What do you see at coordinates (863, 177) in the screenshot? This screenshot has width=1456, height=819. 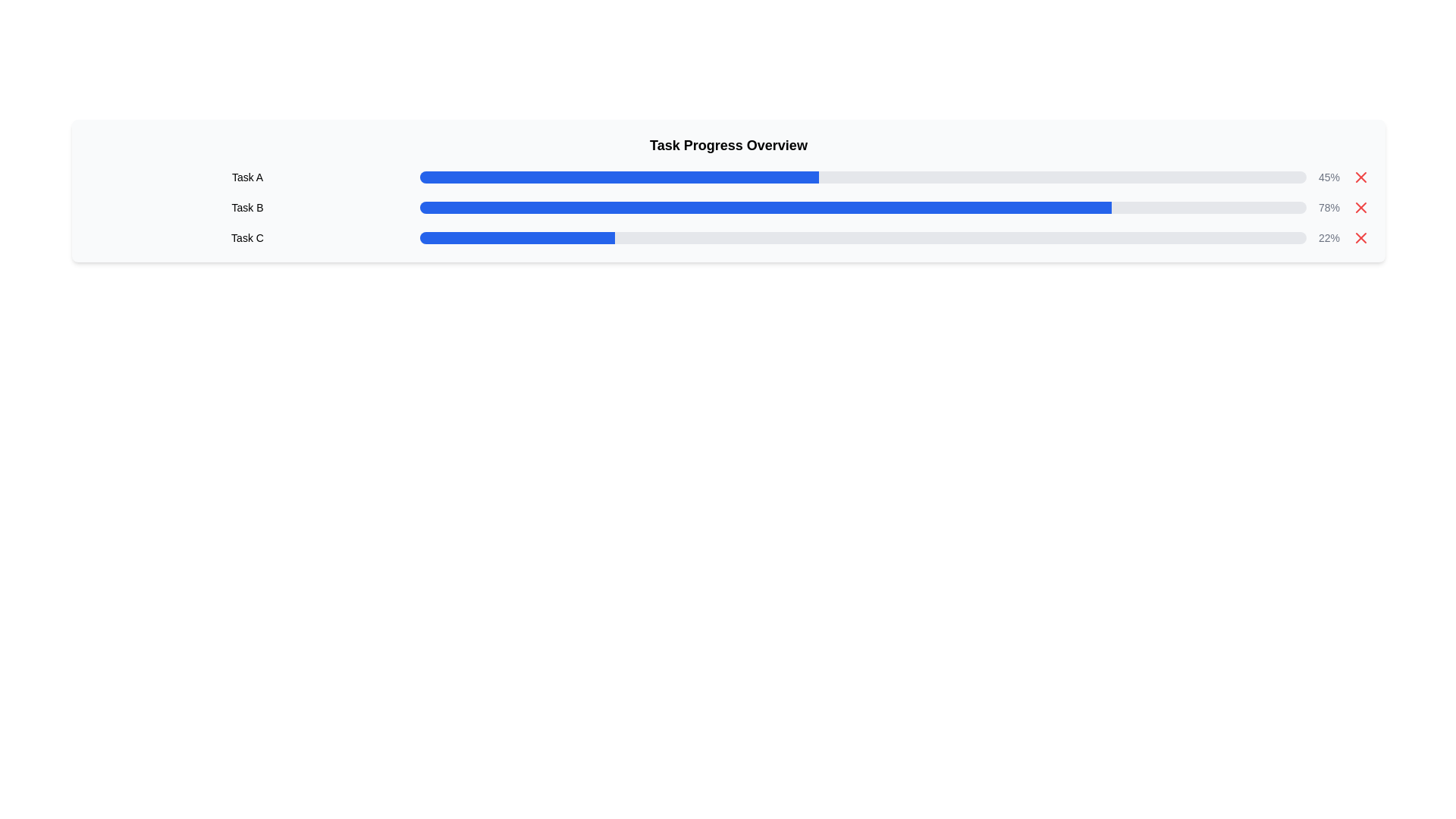 I see `the progress bar representing 'Task A' with a completion percentage of 45%` at bounding box center [863, 177].